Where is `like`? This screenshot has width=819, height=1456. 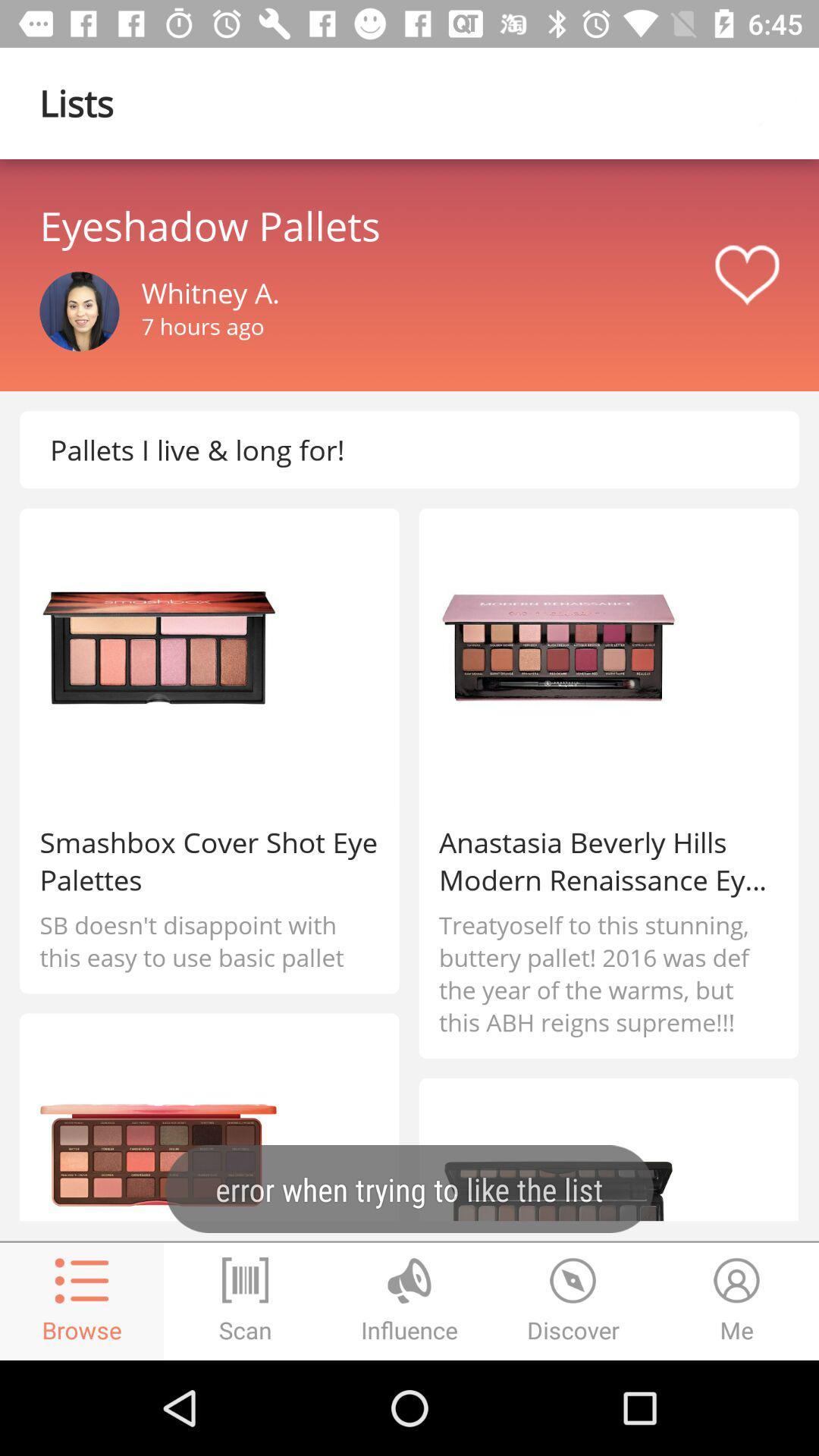
like is located at coordinates (746, 275).